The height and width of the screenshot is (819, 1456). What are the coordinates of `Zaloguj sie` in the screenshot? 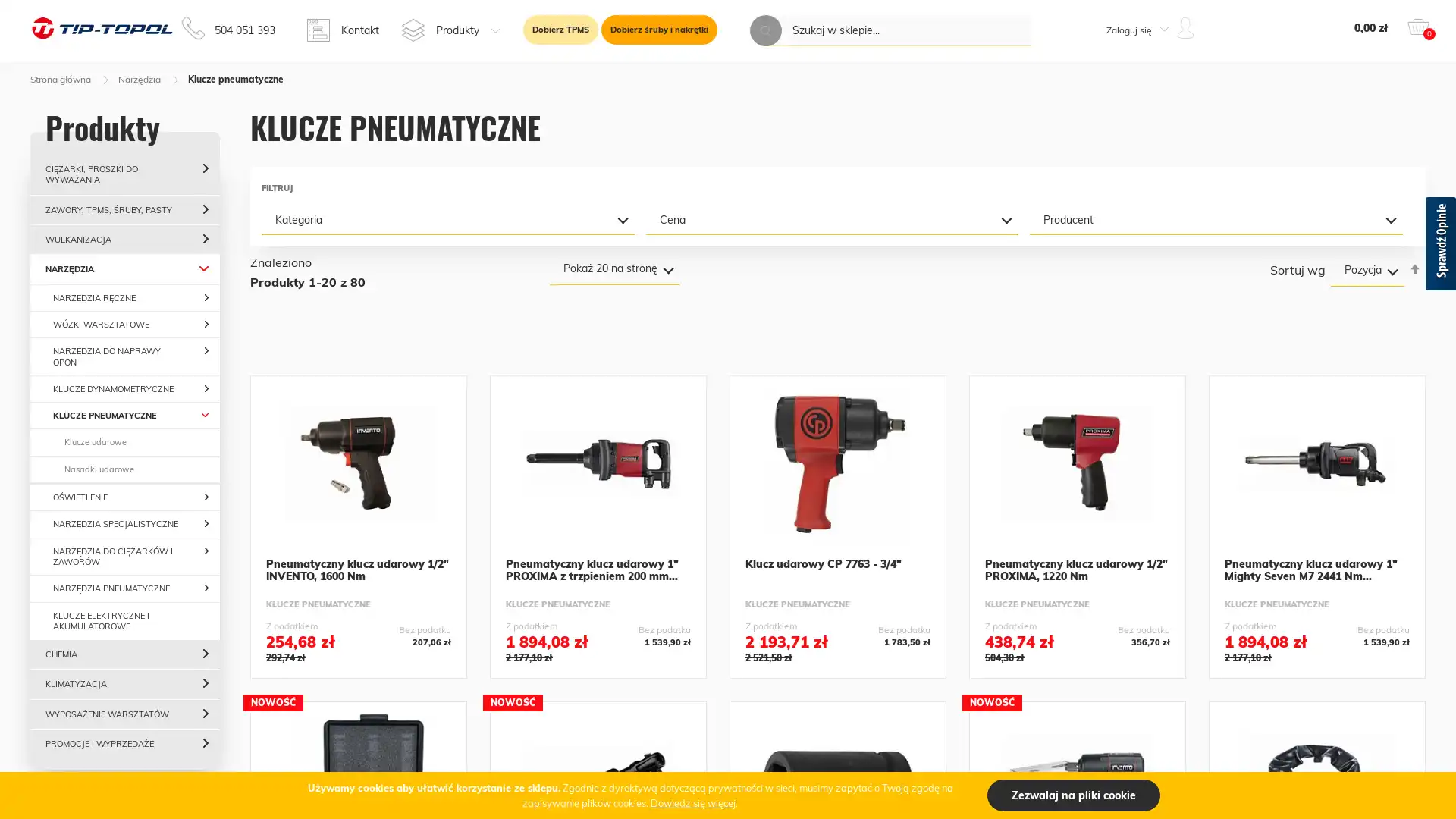 It's located at (1123, 194).